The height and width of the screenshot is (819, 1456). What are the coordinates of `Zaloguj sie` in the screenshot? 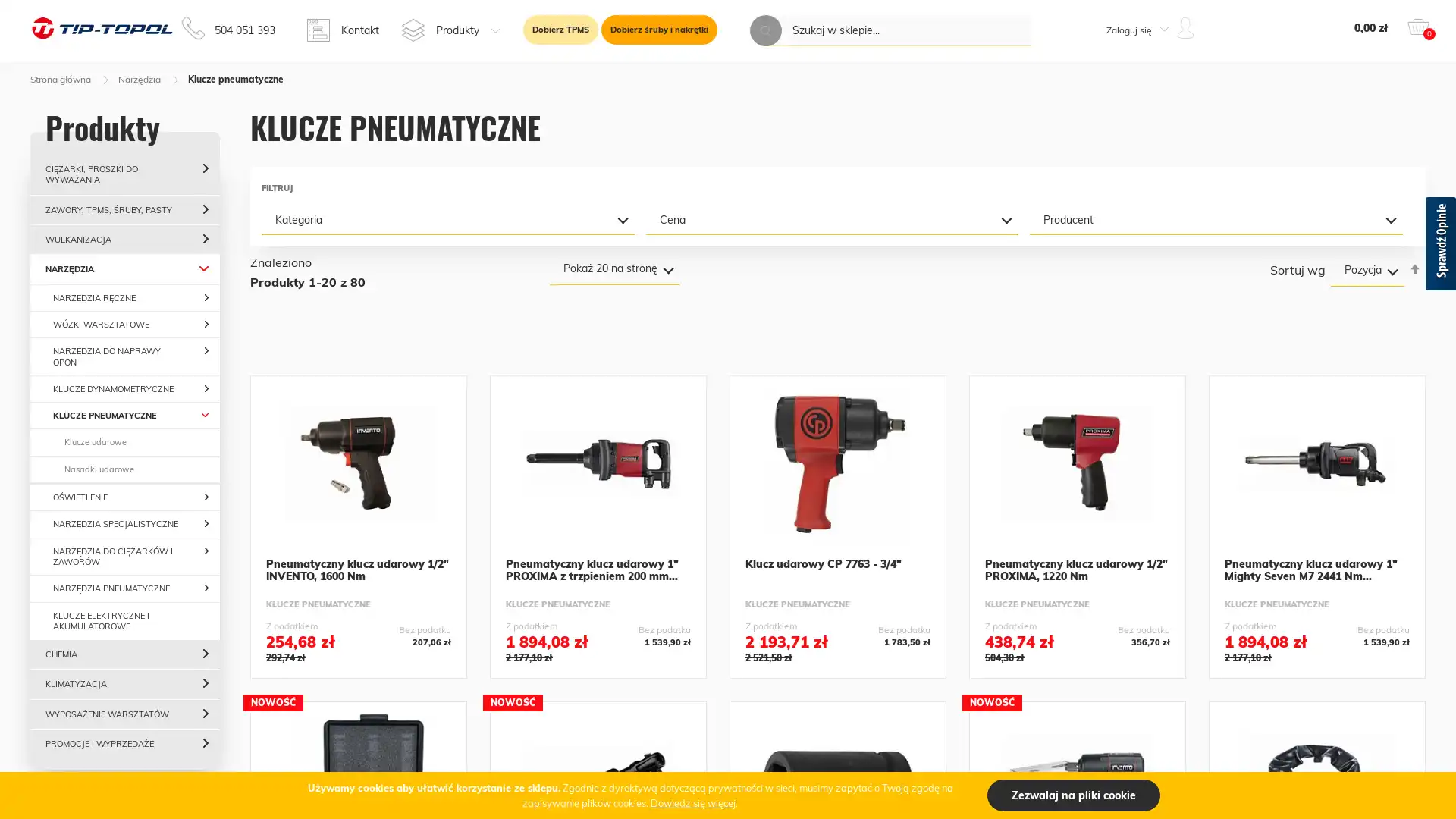 It's located at (1123, 194).